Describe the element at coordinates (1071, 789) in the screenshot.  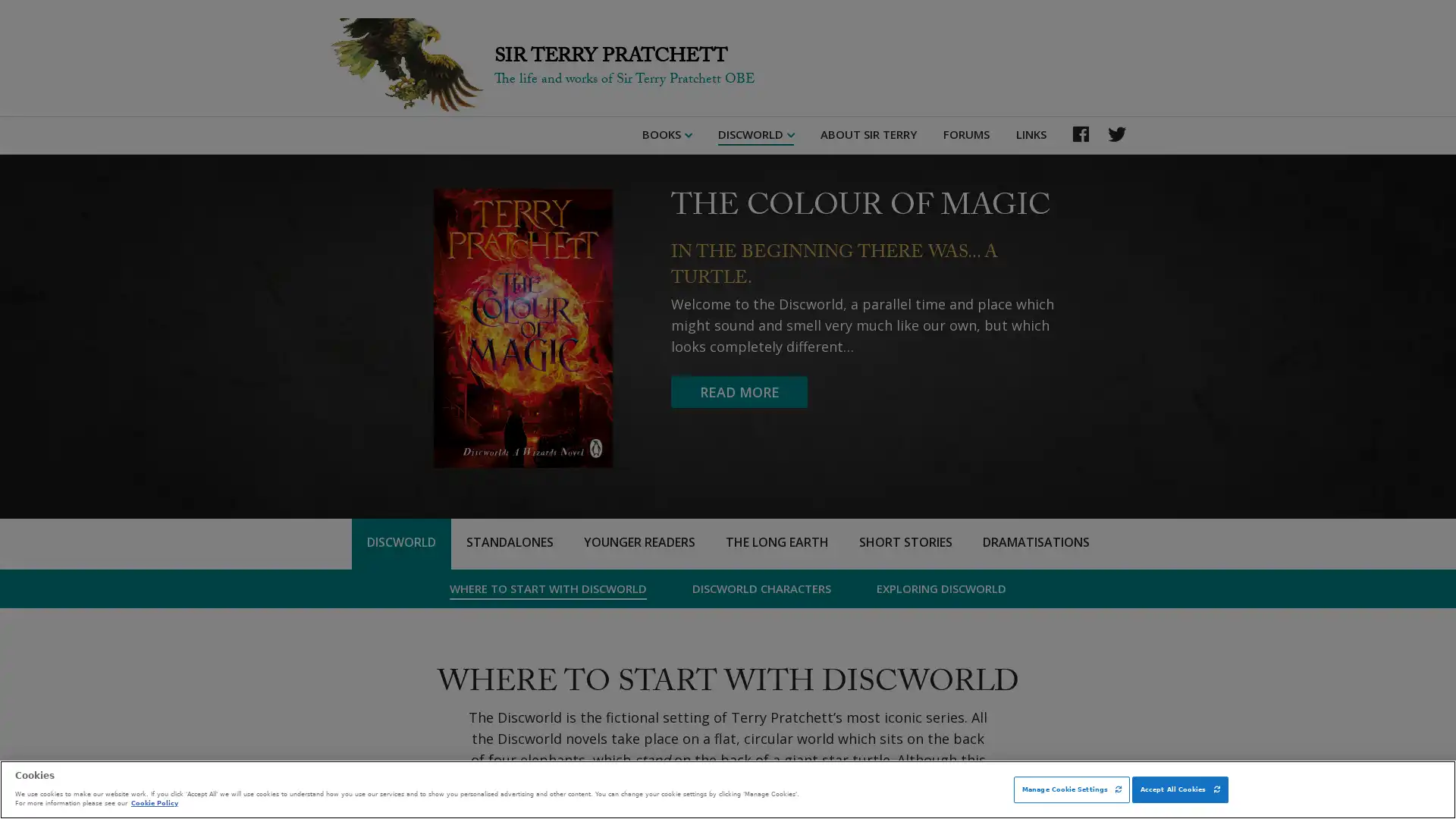
I see `Manage Cookie Settings` at that location.